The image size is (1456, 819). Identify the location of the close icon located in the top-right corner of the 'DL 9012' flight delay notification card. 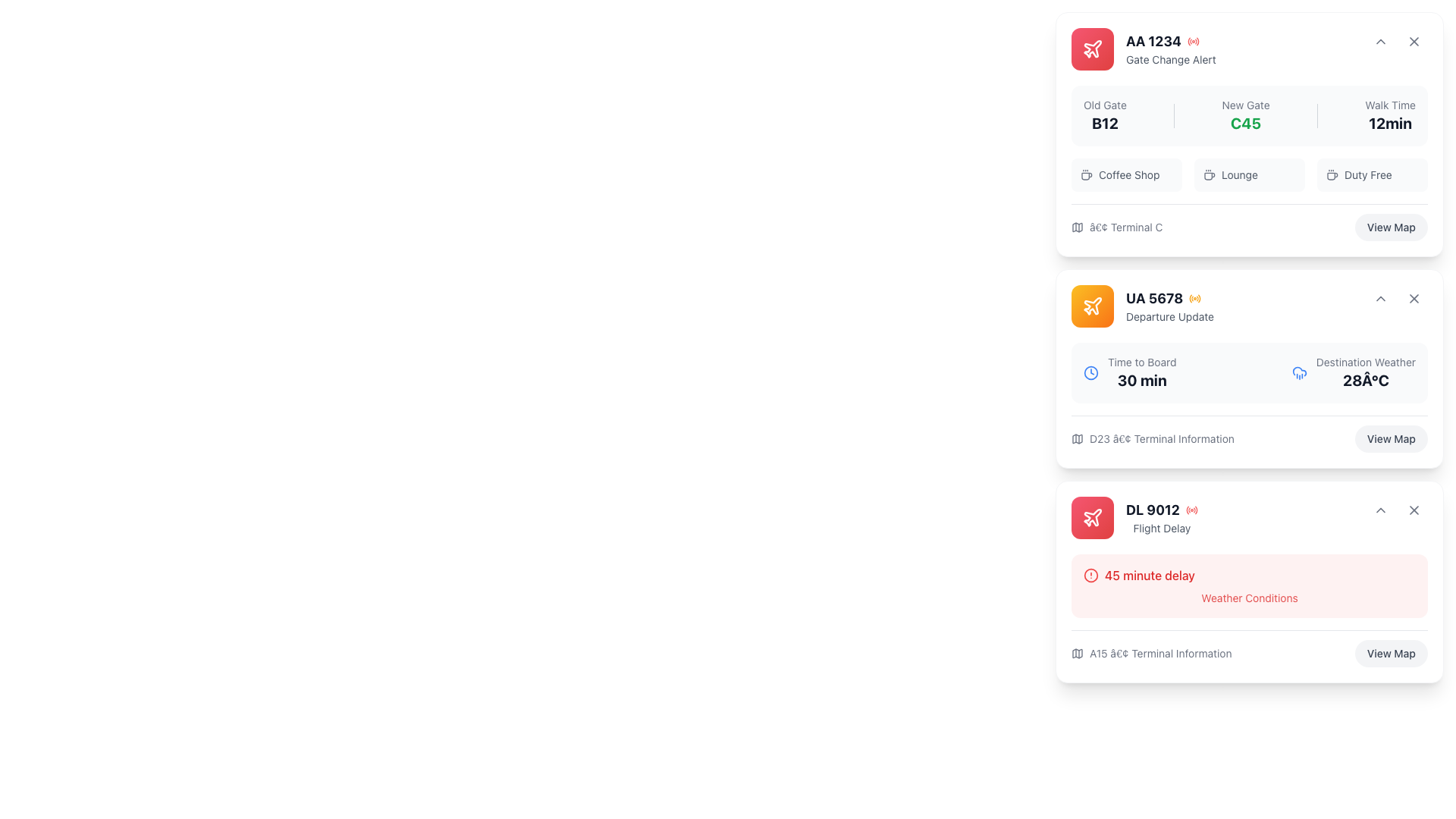
(1414, 510).